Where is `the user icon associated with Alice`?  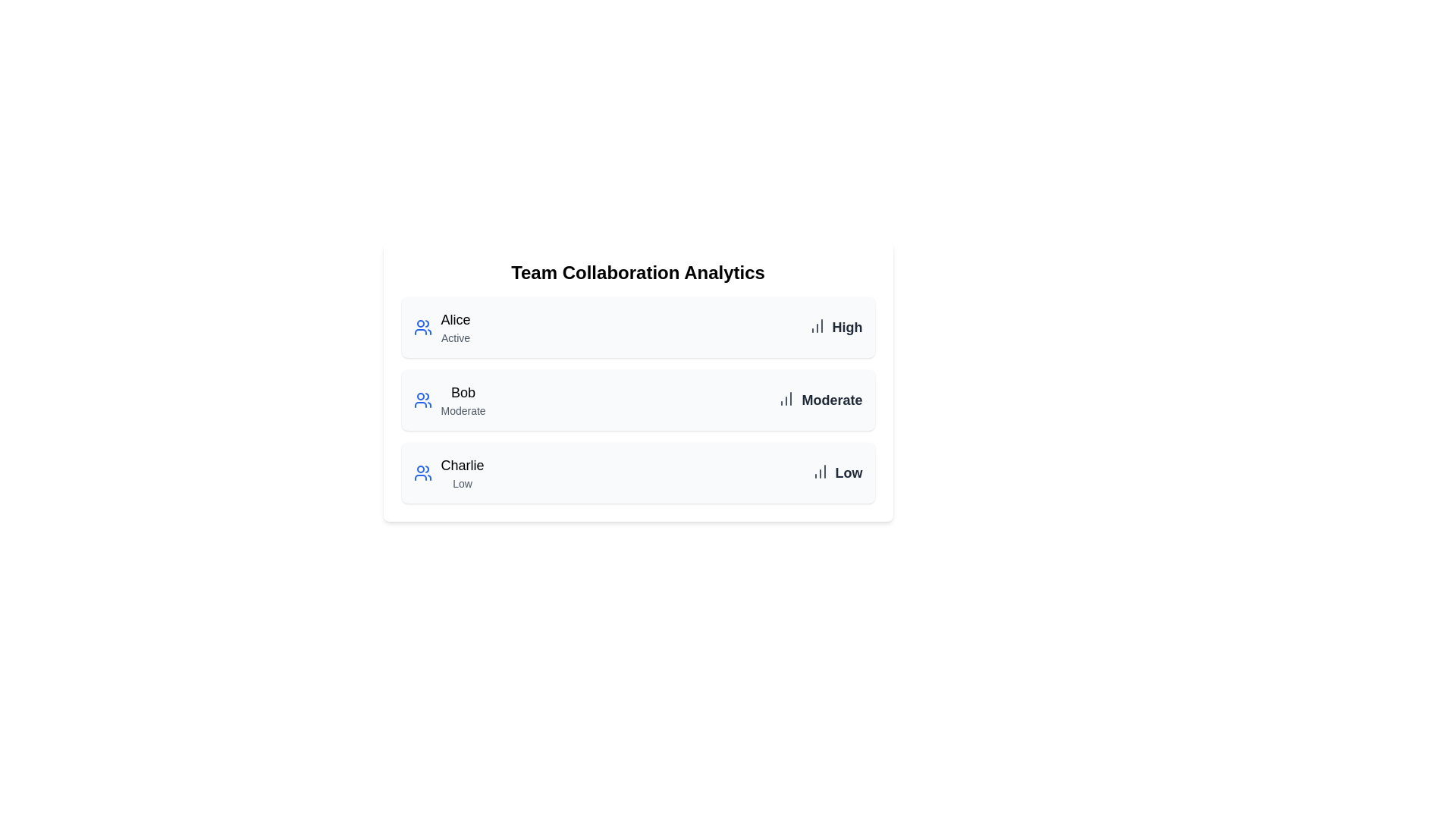
the user icon associated with Alice is located at coordinates (422, 327).